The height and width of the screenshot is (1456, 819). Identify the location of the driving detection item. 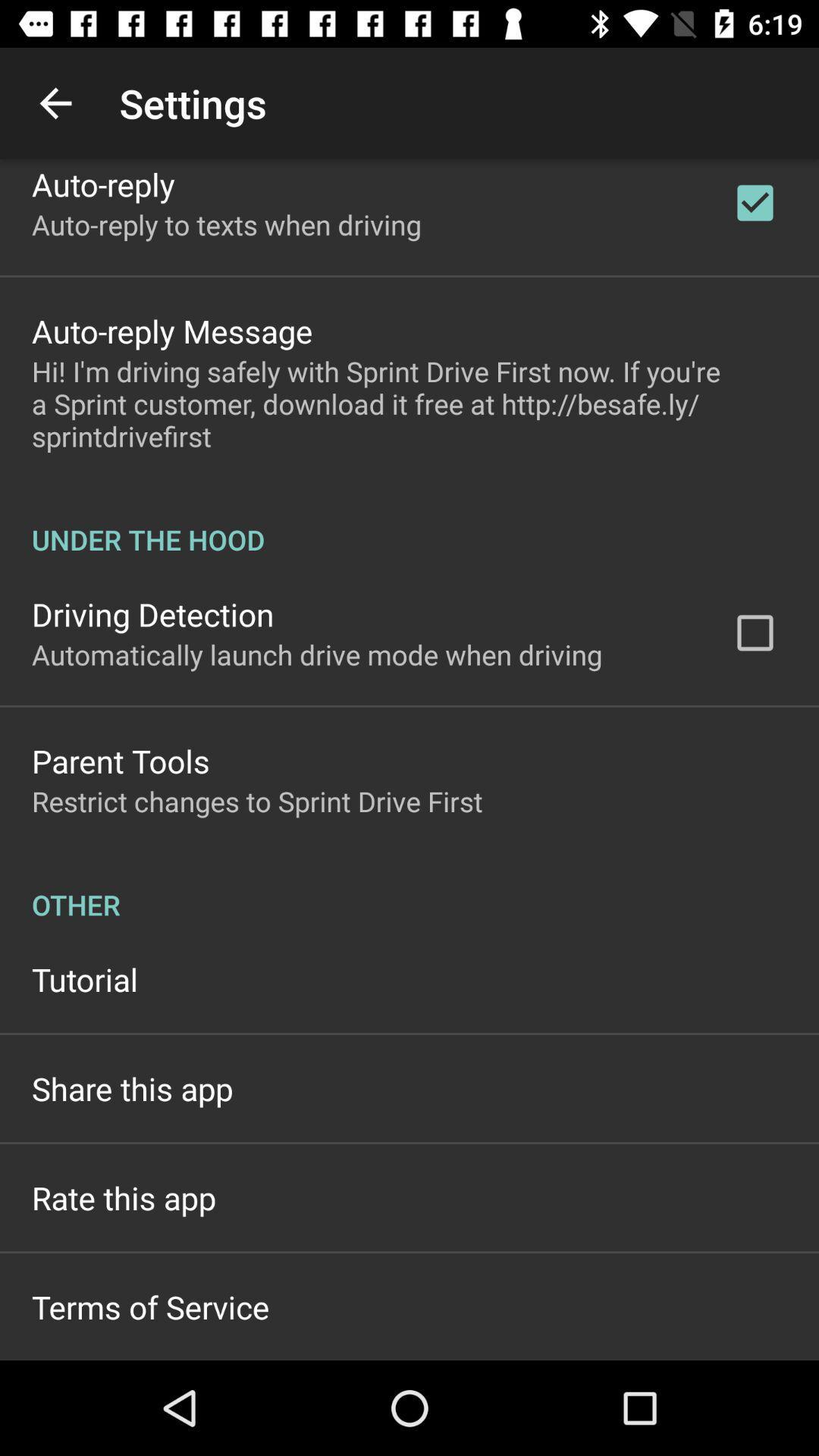
(152, 614).